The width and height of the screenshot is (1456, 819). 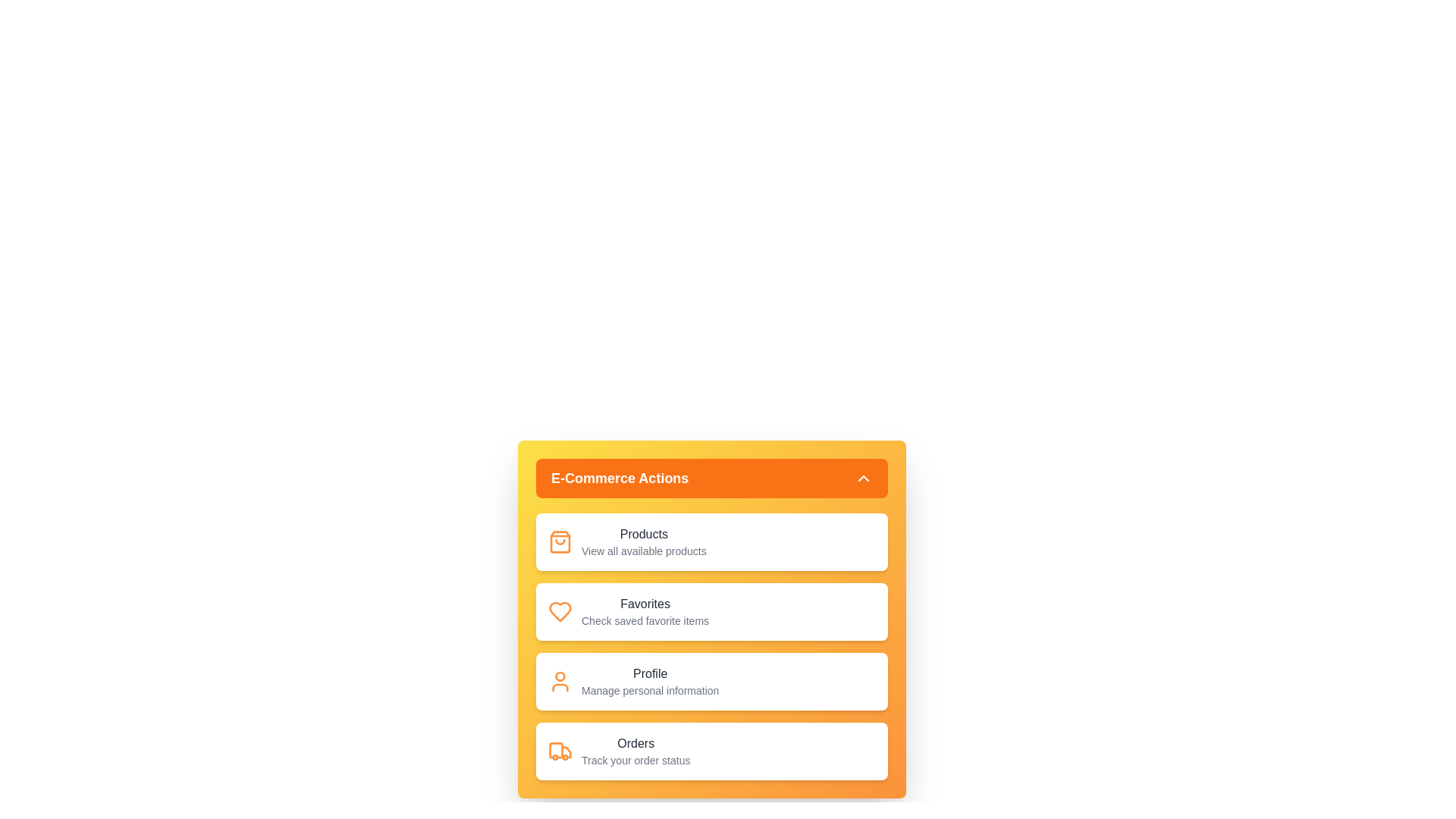 What do you see at coordinates (711, 541) in the screenshot?
I see `the menu item Products to reveal its details` at bounding box center [711, 541].